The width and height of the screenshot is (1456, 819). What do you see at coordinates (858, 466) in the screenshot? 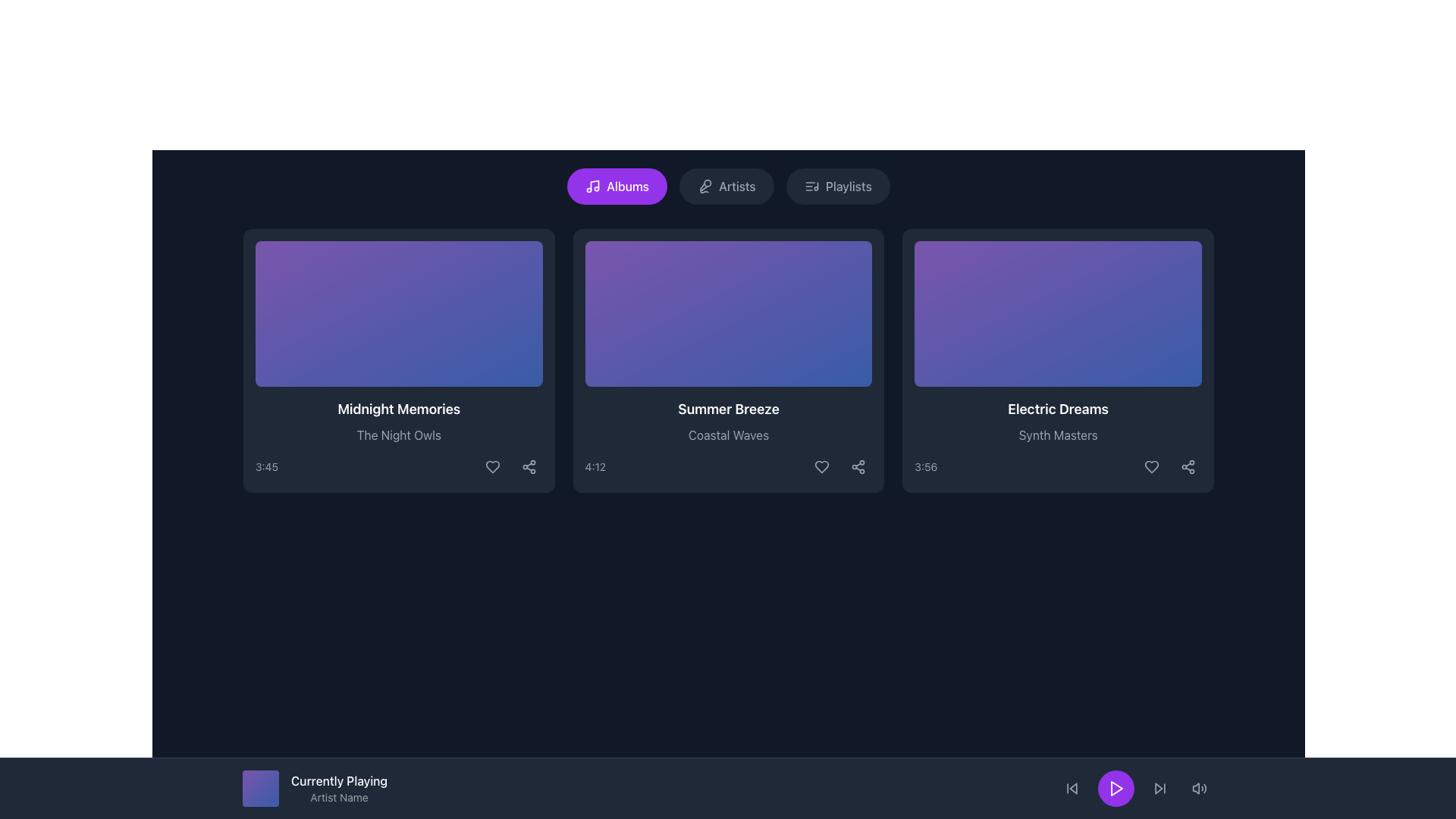
I see `the share icon in the footer of the 'Summer Breeze' card to change its color to blue` at bounding box center [858, 466].